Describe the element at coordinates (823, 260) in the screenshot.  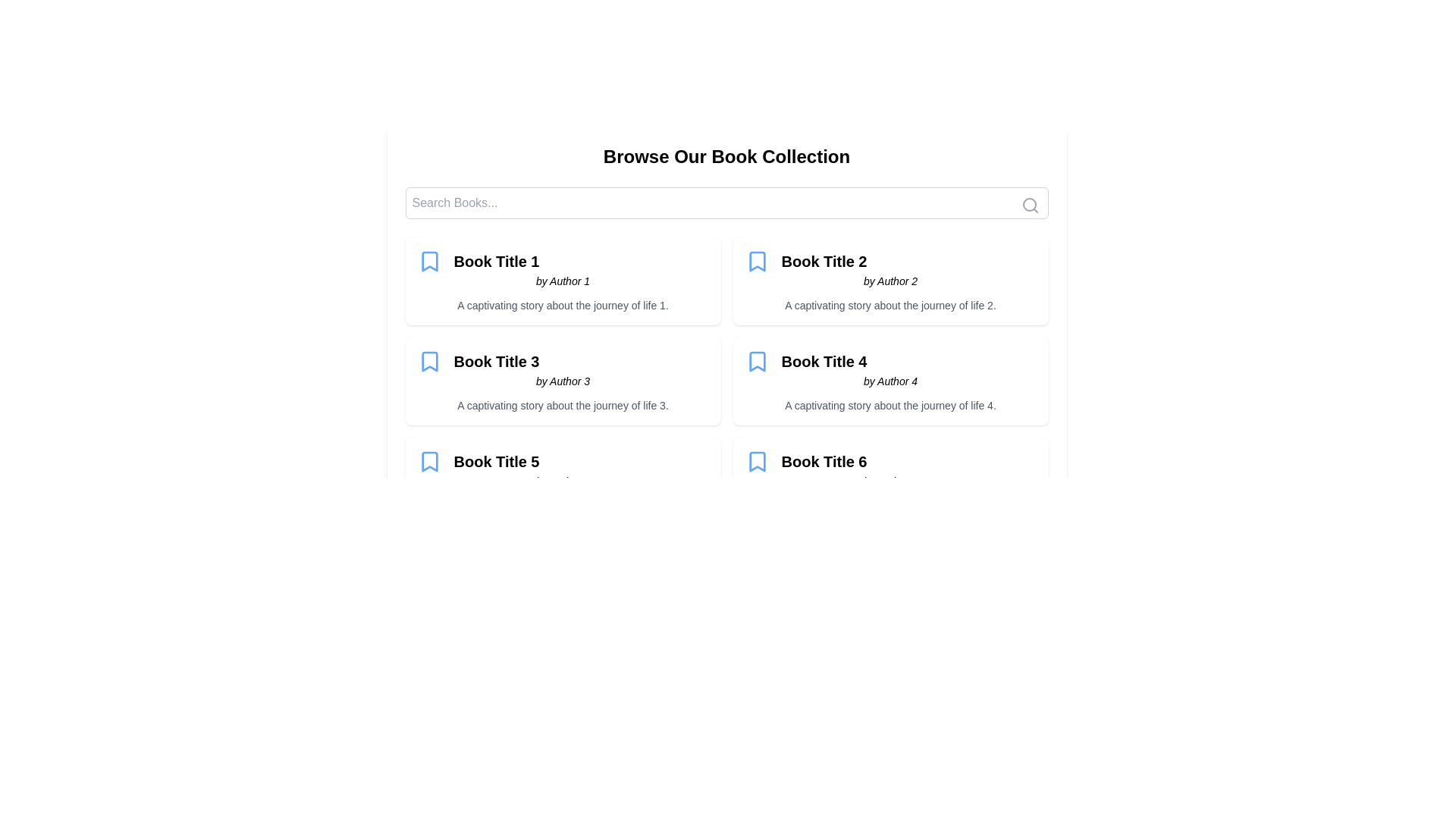
I see `title displayed in the text label of the second book entry, located in the top row and rightmost column of the grid layout` at that location.